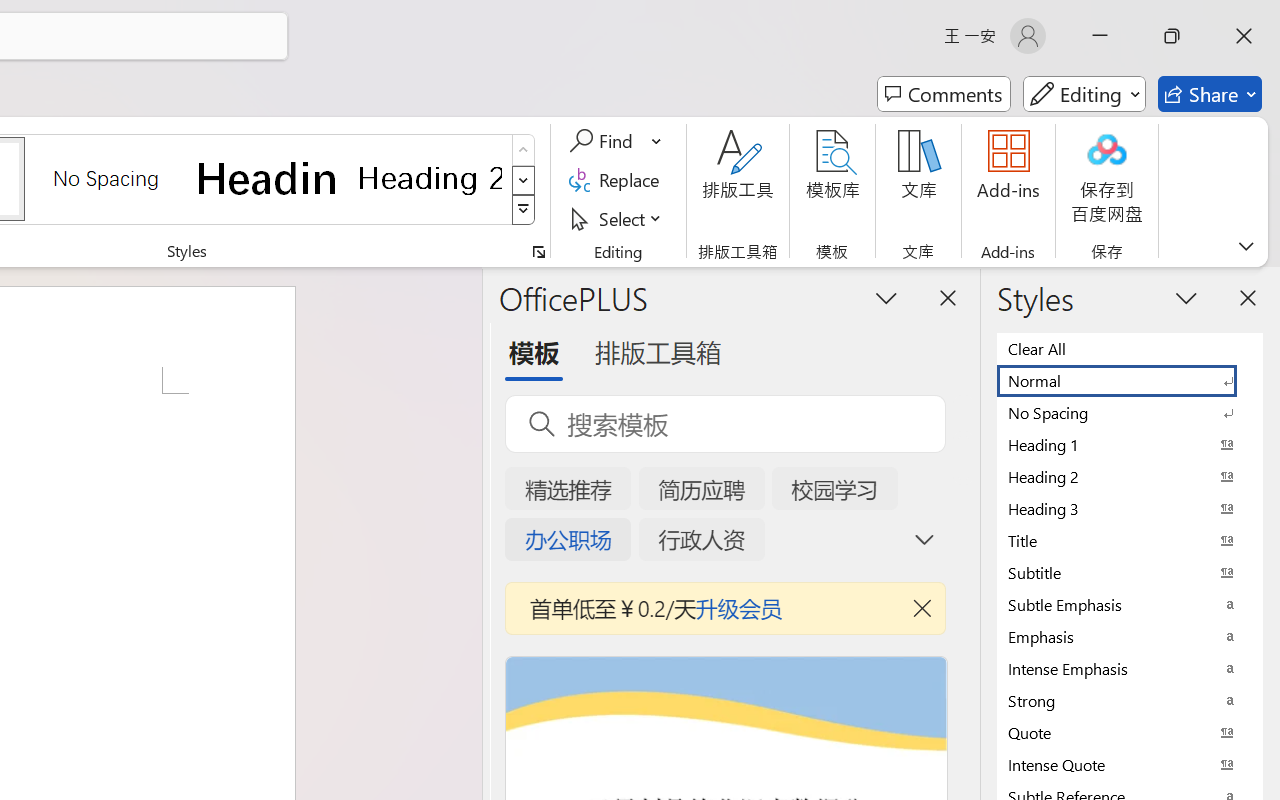 Image resolution: width=1280 pixels, height=800 pixels. I want to click on 'Heading 3', so click(1130, 507).